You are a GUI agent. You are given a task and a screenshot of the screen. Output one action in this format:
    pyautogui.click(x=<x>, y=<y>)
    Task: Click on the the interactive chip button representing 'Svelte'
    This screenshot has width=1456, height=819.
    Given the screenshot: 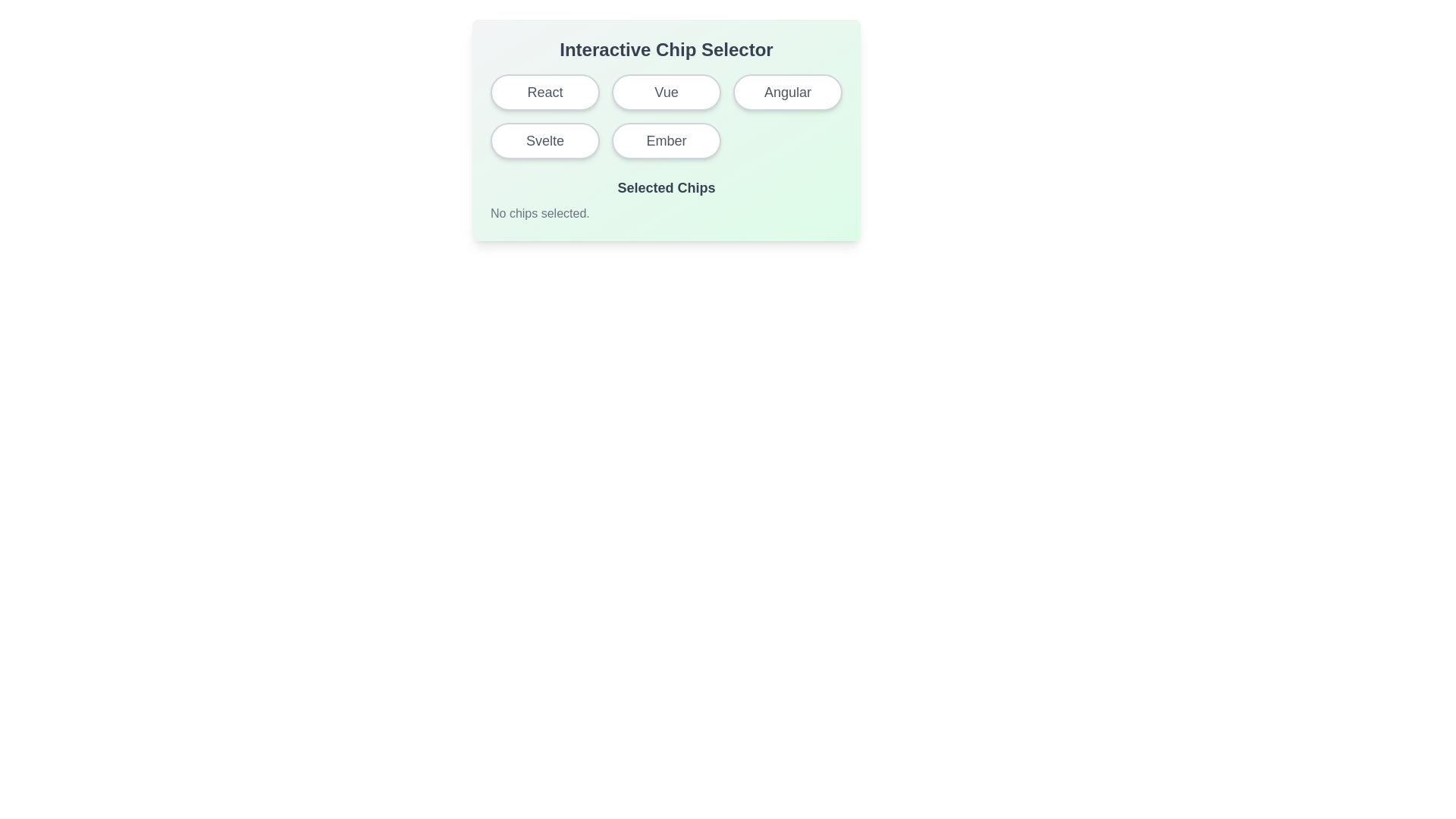 What is the action you would take?
    pyautogui.click(x=545, y=140)
    